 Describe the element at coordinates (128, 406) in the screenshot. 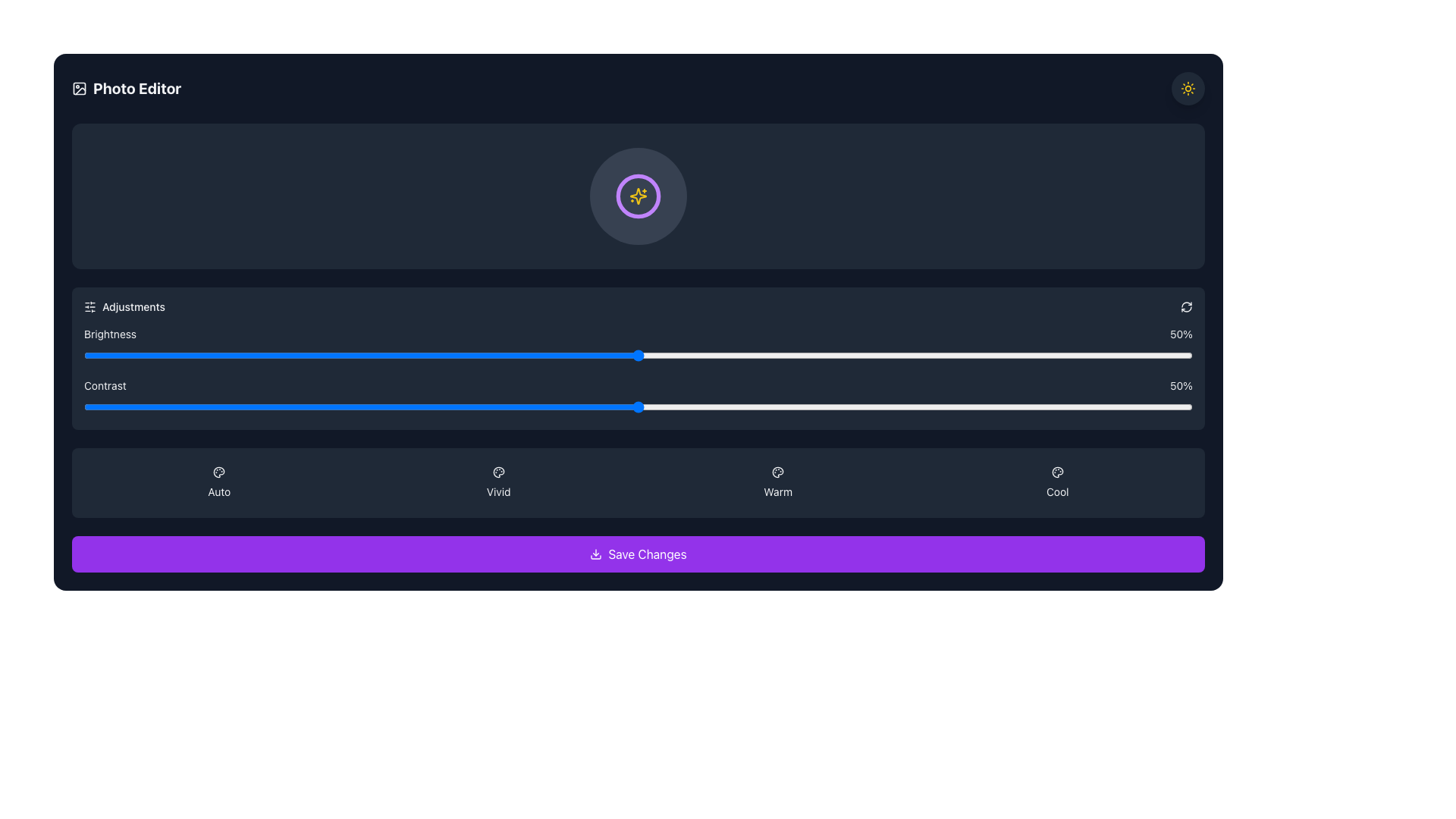

I see `contrast` at that location.